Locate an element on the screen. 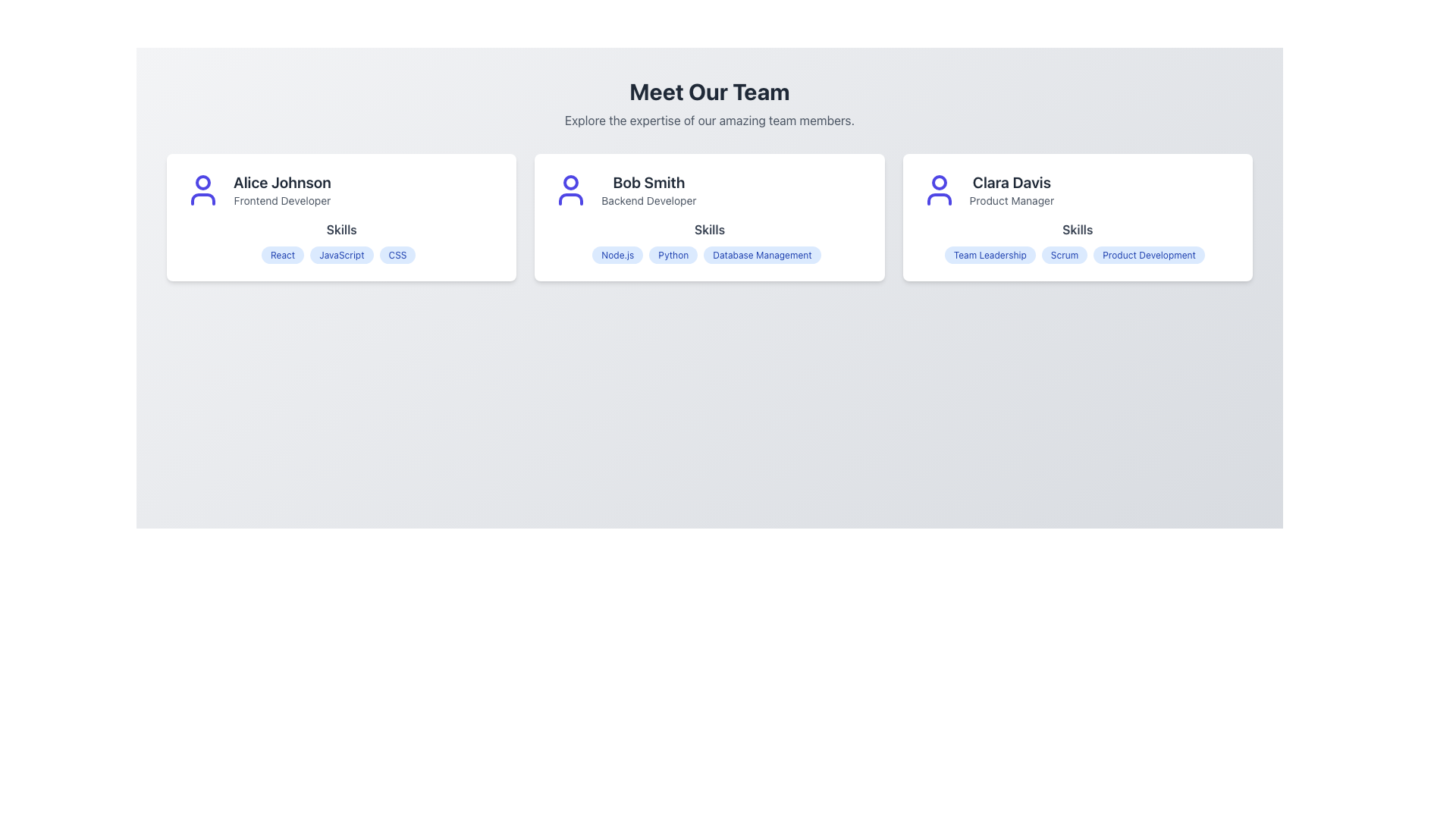 This screenshot has height=819, width=1456. the prominent text label displaying 'Alice Johnson' which is located in the top-left corner of the first card in a row of cards is located at coordinates (282, 181).